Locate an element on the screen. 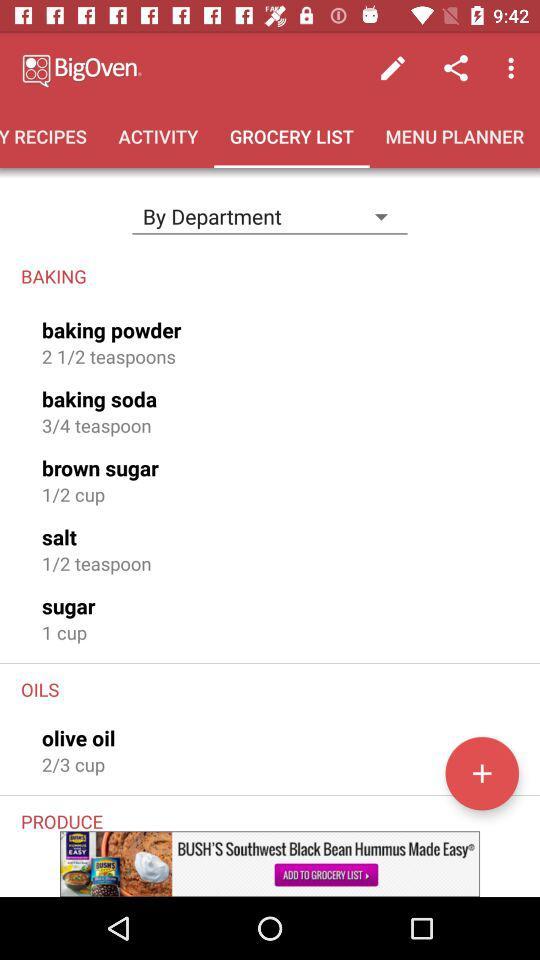 The width and height of the screenshot is (540, 960). click button is located at coordinates (481, 772).